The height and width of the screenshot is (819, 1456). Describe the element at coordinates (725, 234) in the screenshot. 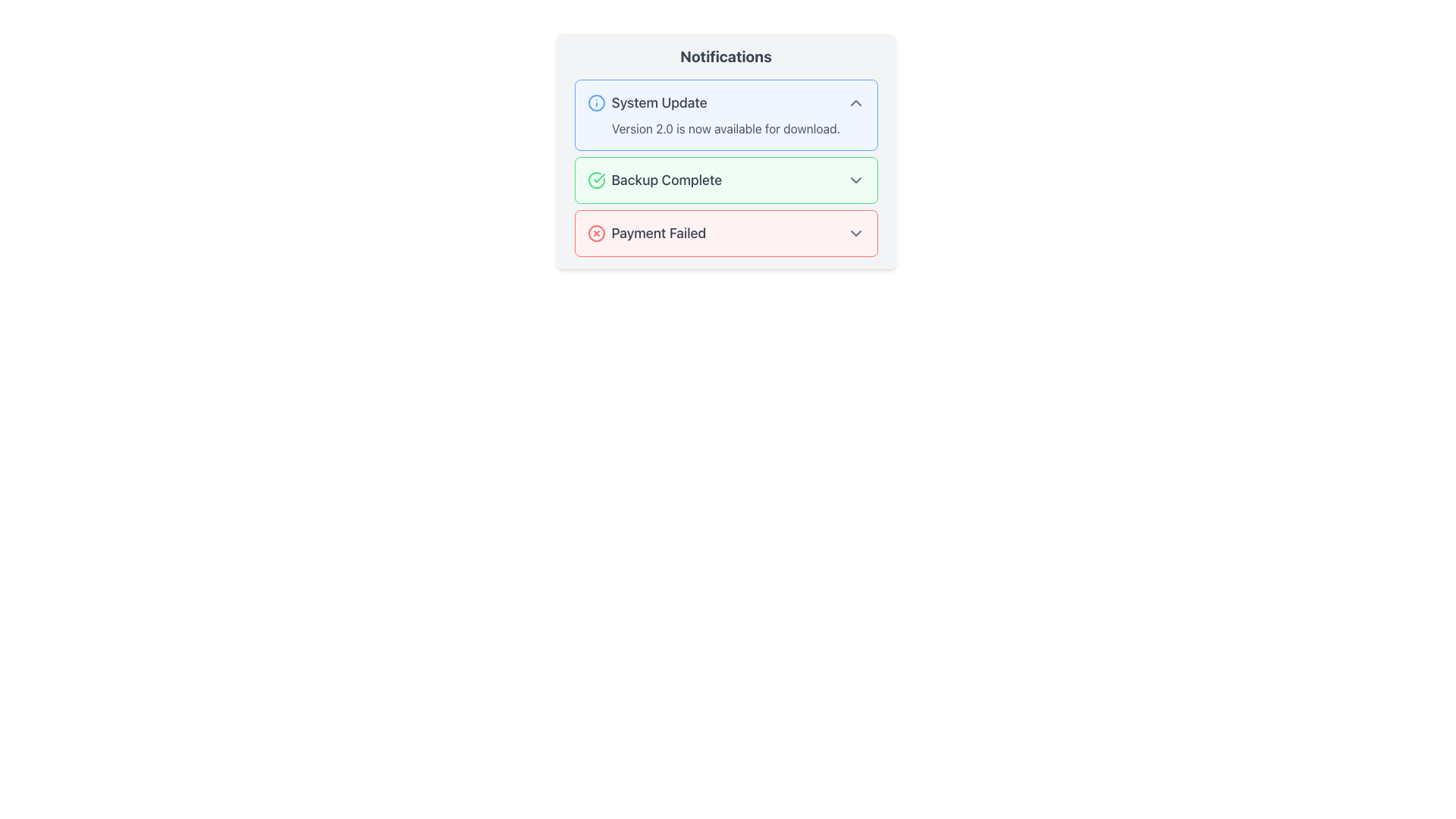

I see `the 'Payment Failed' notification message` at that location.